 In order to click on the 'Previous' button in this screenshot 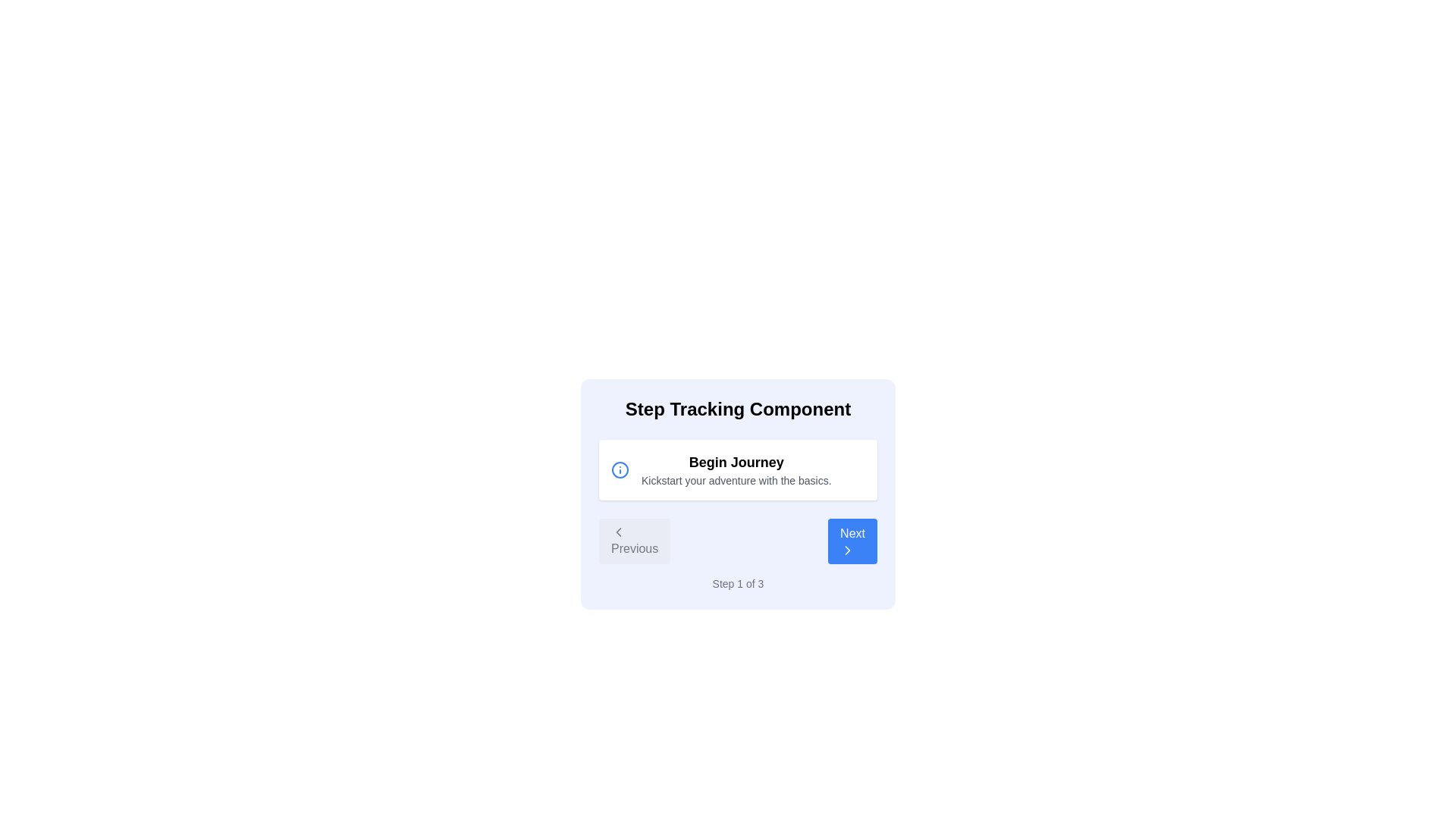, I will do `click(635, 540)`.